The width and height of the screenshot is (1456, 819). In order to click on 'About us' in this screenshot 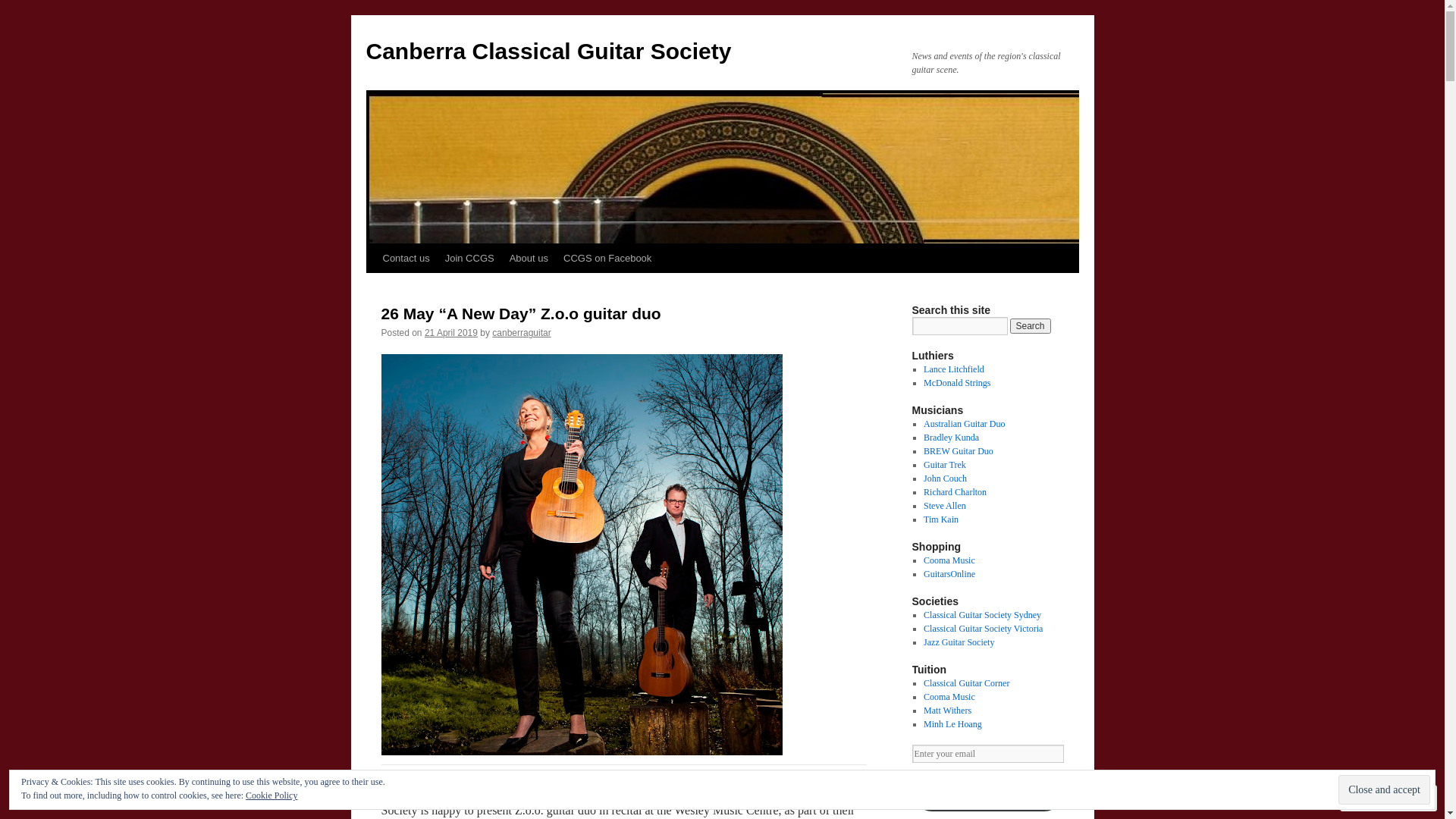, I will do `click(502, 257)`.